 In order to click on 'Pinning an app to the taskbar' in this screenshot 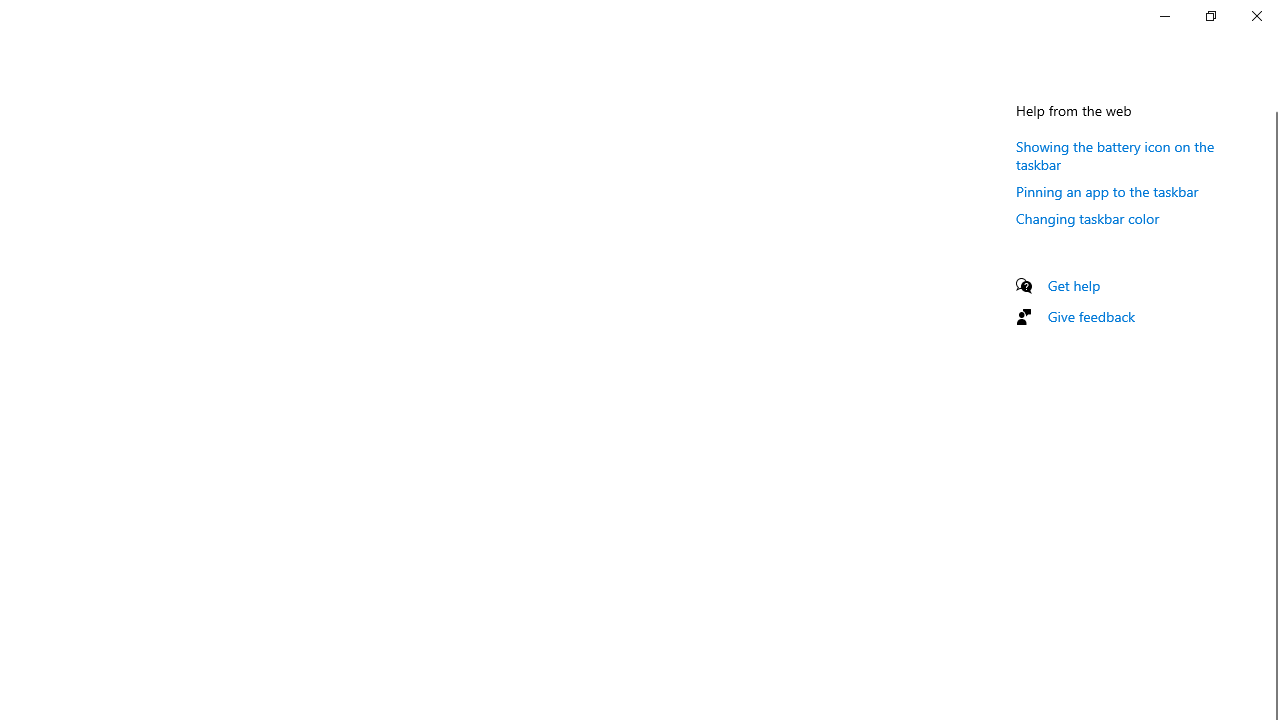, I will do `click(1106, 191)`.